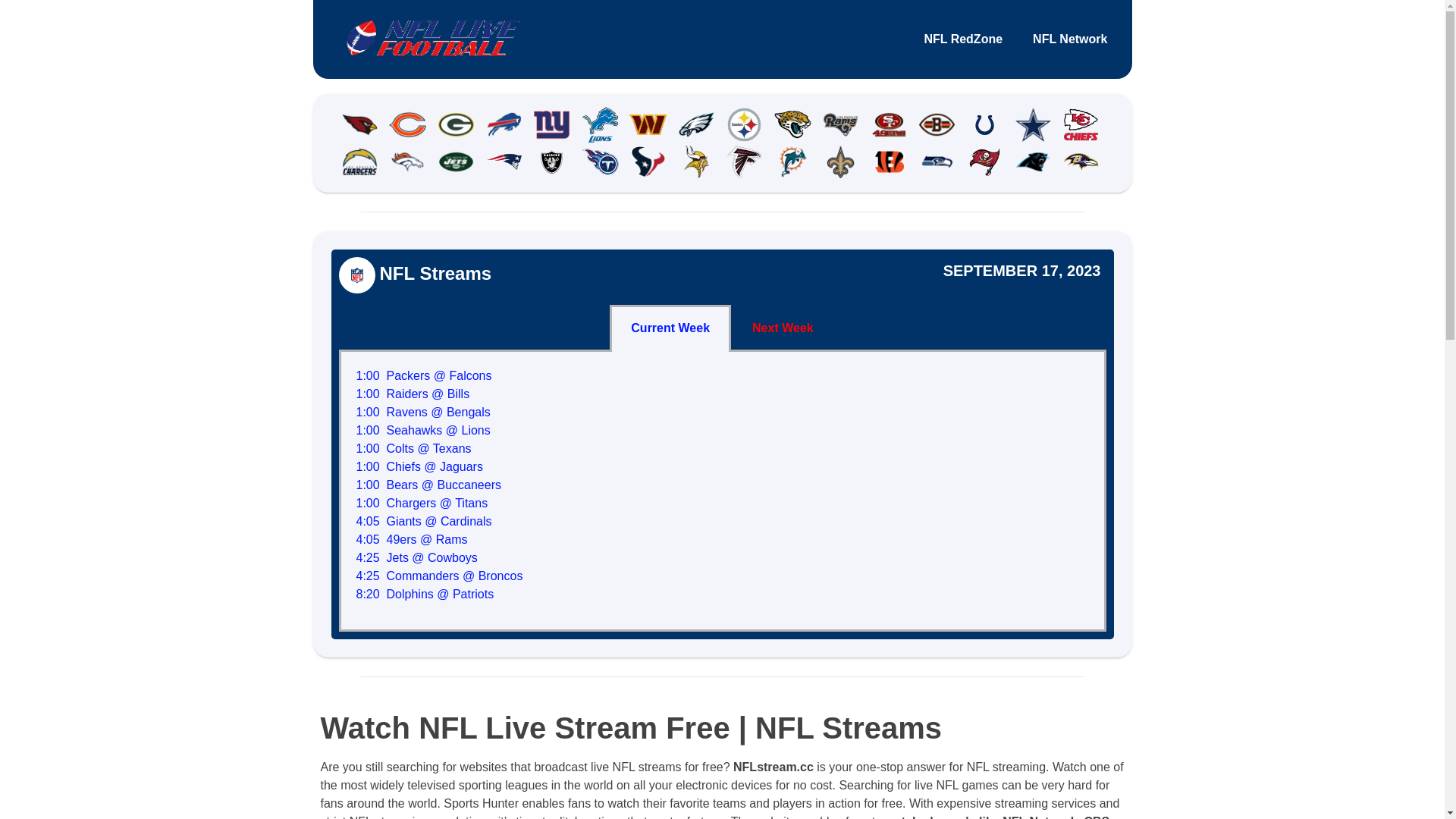 Image resolution: width=1456 pixels, height=819 pixels. Describe the element at coordinates (386, 412) in the screenshot. I see `'Ravens @ Bengals'` at that location.